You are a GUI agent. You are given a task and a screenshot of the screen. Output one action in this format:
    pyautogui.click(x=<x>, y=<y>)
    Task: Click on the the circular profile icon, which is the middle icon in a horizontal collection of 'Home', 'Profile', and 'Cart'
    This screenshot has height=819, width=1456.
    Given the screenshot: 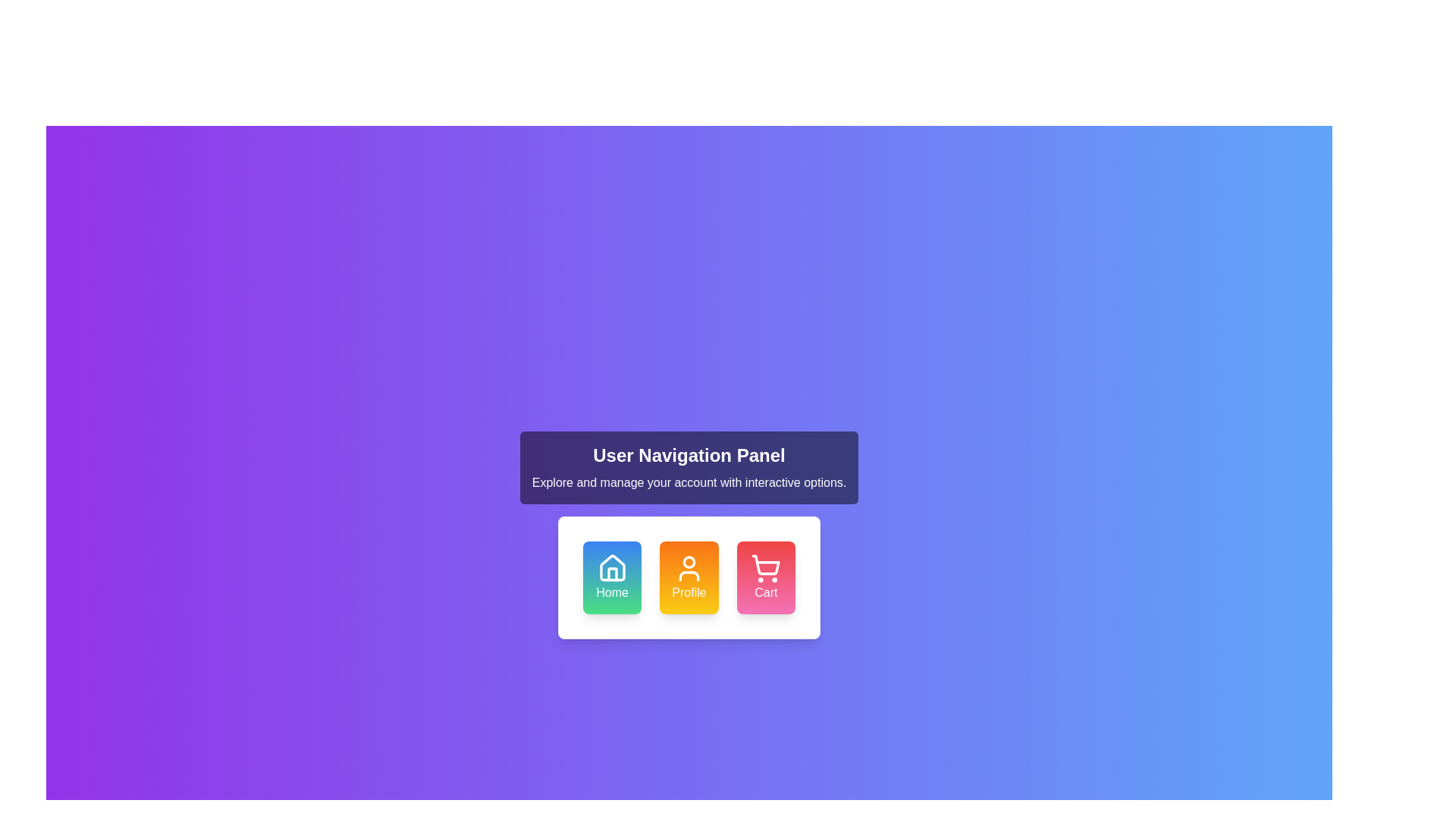 What is the action you would take?
    pyautogui.click(x=688, y=562)
    